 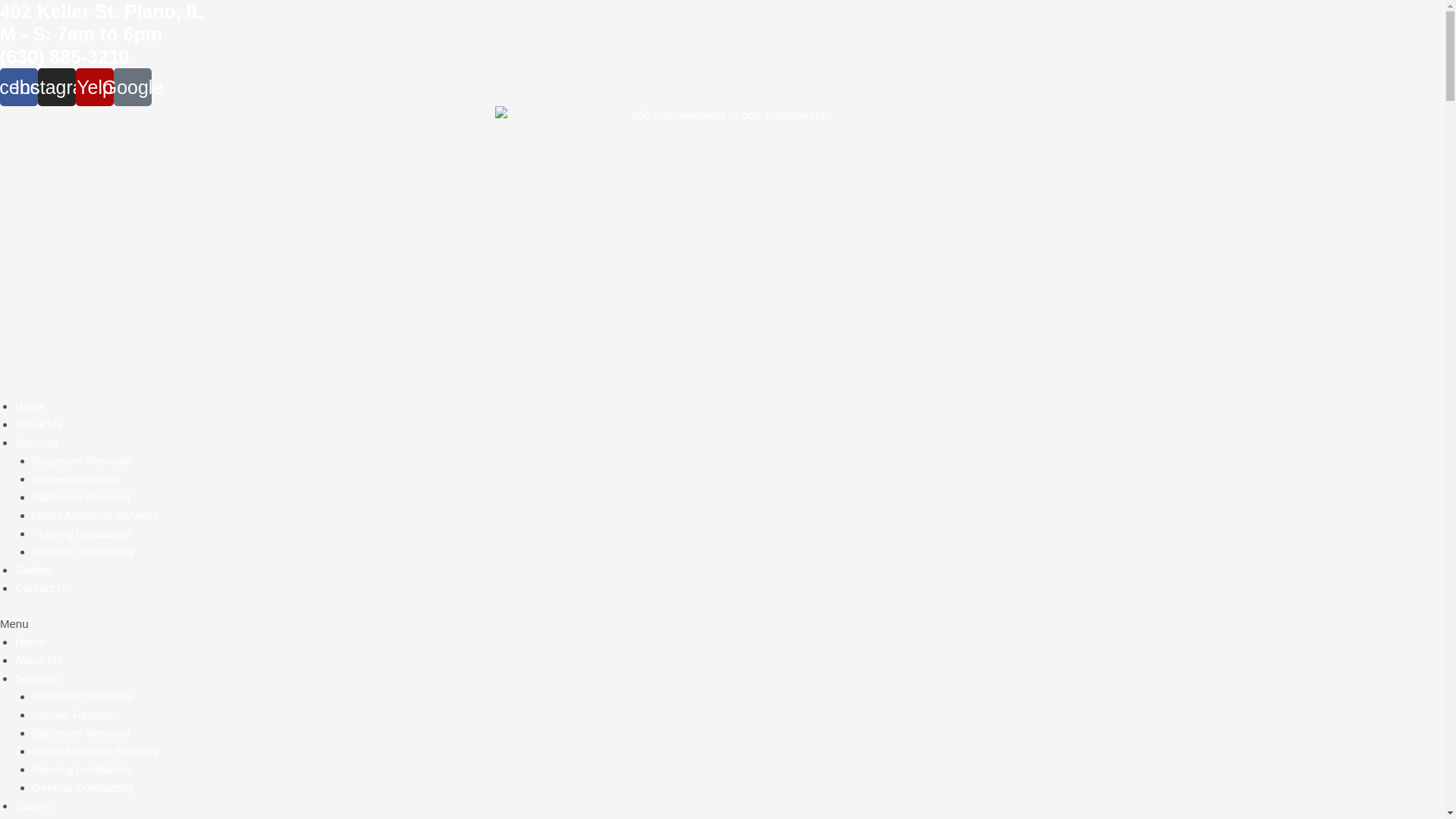 What do you see at coordinates (36, 442) in the screenshot?
I see `'Services'` at bounding box center [36, 442].